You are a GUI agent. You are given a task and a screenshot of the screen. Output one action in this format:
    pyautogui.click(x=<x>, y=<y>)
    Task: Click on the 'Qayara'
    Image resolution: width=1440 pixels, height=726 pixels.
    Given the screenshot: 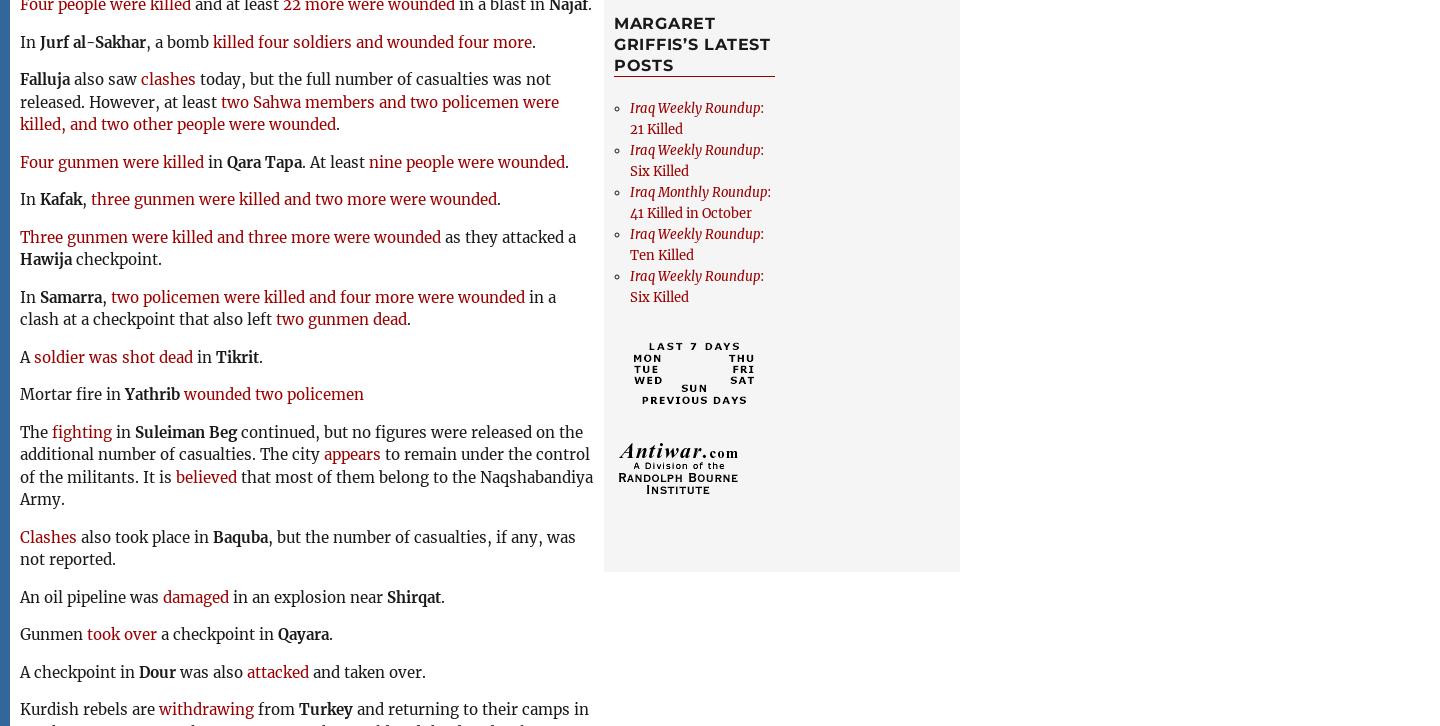 What is the action you would take?
    pyautogui.click(x=277, y=633)
    